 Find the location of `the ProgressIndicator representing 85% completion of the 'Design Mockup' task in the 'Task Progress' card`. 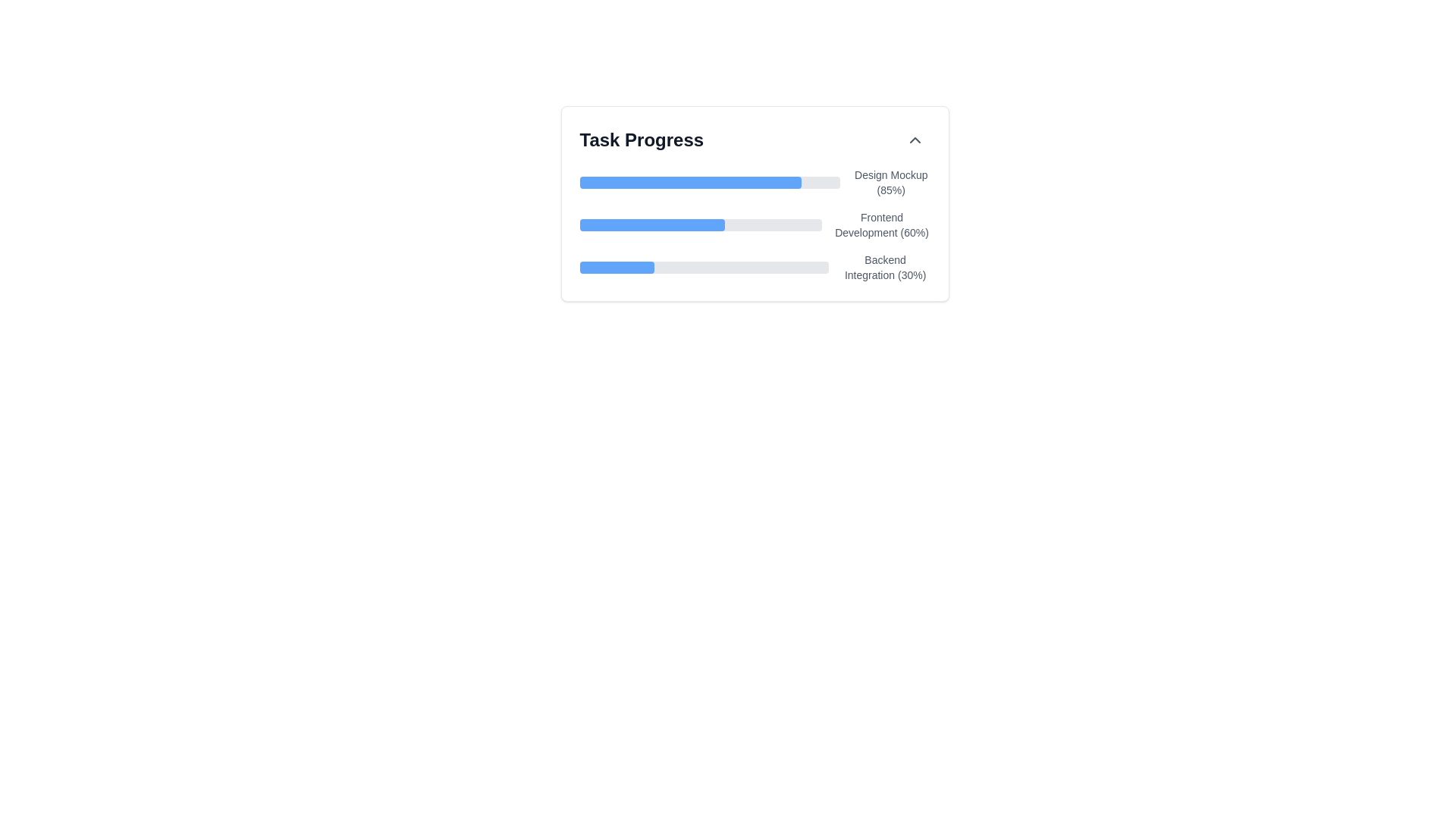

the ProgressIndicator representing 85% completion of the 'Design Mockup' task in the 'Task Progress' card is located at coordinates (689, 181).